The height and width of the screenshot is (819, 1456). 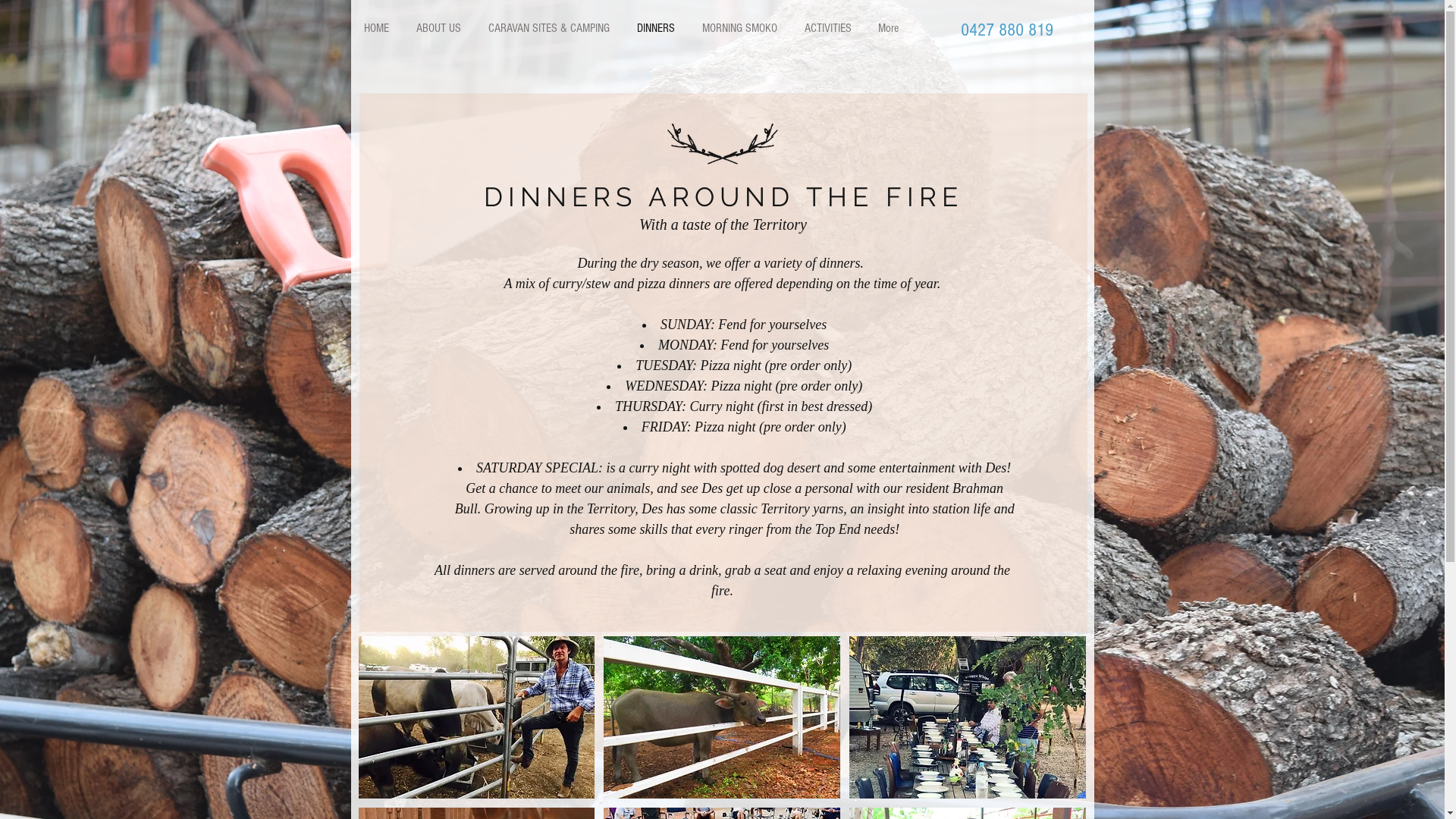 What do you see at coordinates (473, 28) in the screenshot?
I see `'CARAVAN SITES & CAMPING'` at bounding box center [473, 28].